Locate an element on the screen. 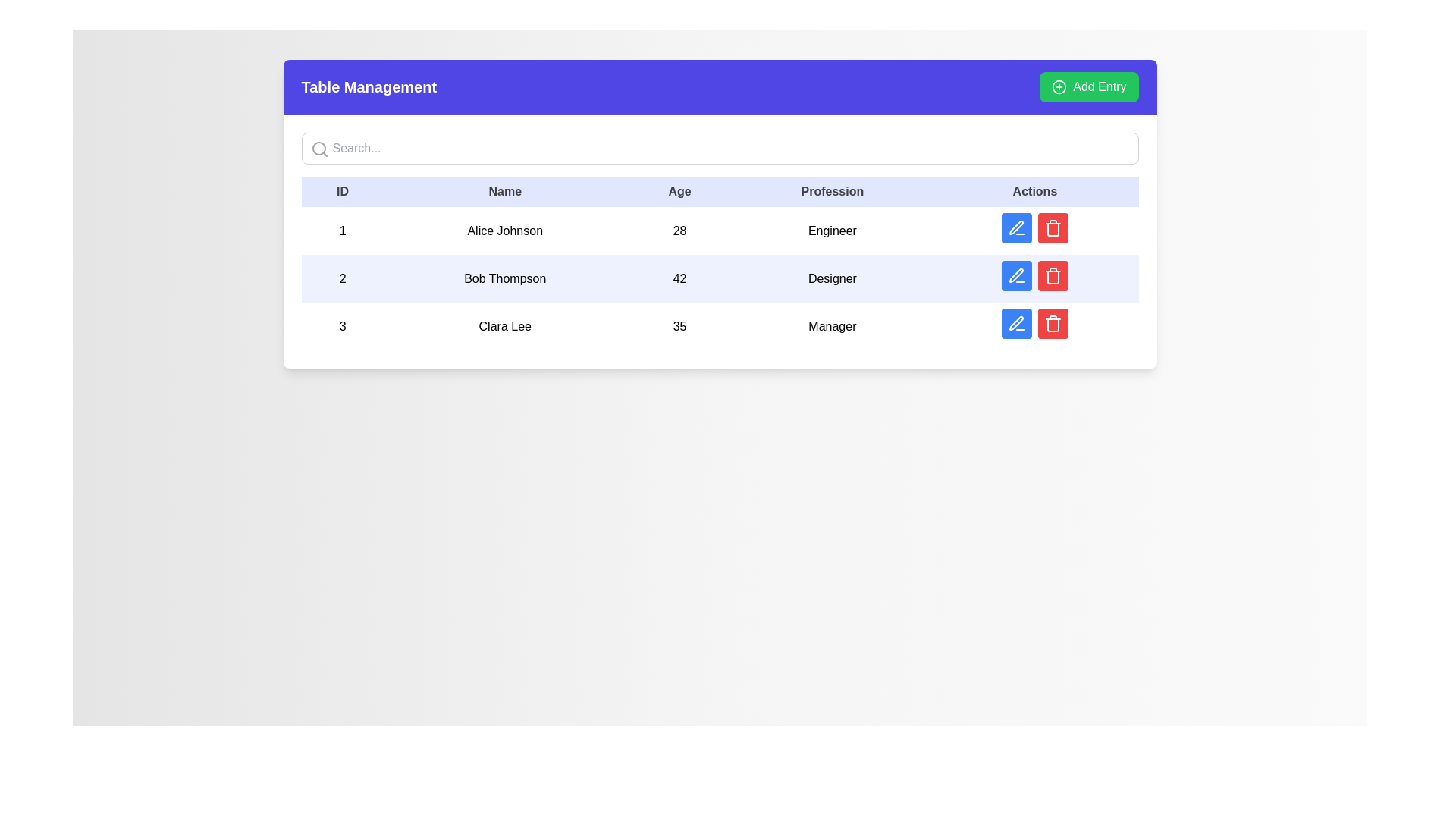 The image size is (1456, 819). the trash can icon button with a white color on a red circular background is located at coordinates (1052, 323).